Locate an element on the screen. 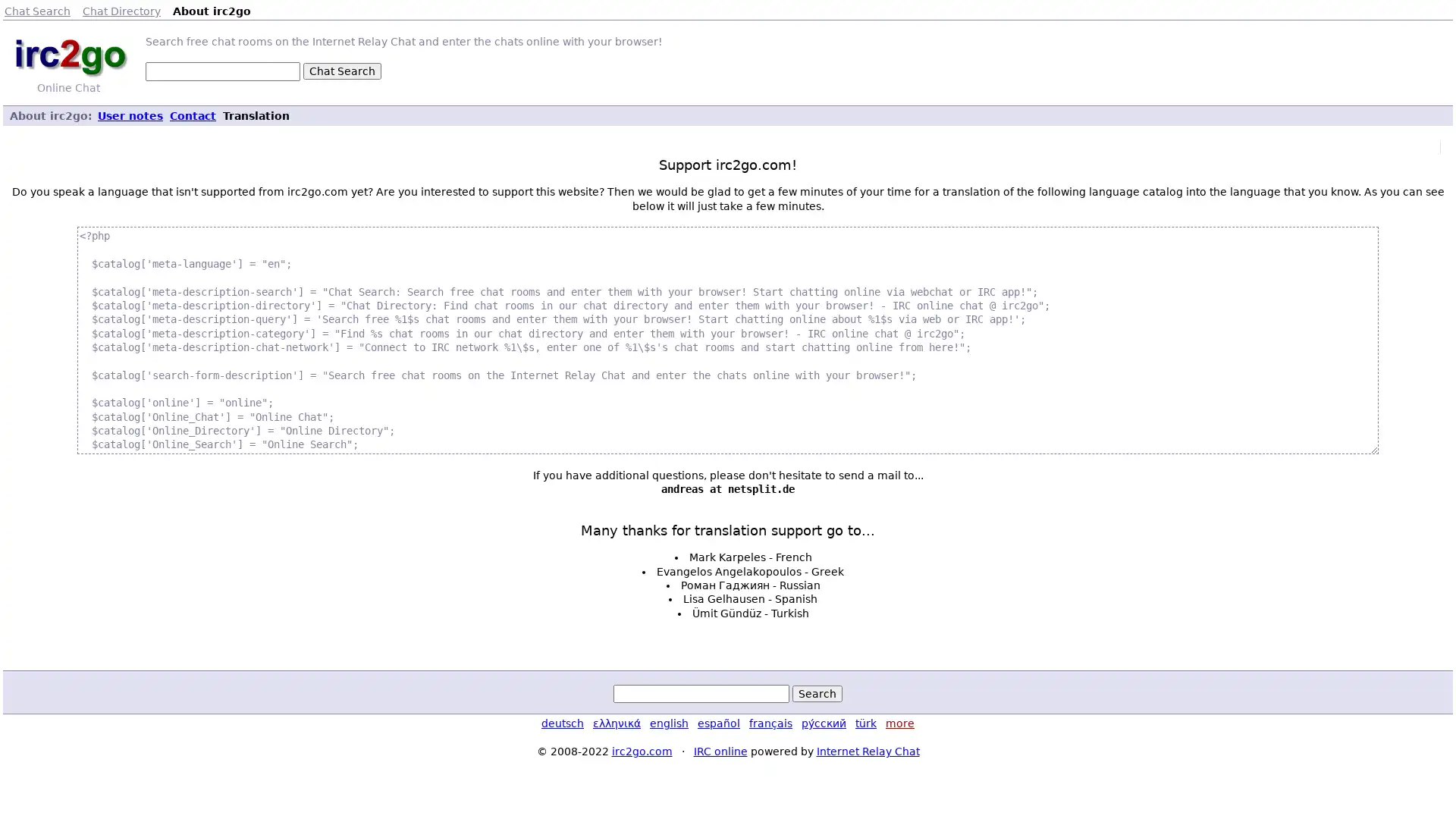 The height and width of the screenshot is (819, 1456). Chat Search is located at coordinates (341, 71).